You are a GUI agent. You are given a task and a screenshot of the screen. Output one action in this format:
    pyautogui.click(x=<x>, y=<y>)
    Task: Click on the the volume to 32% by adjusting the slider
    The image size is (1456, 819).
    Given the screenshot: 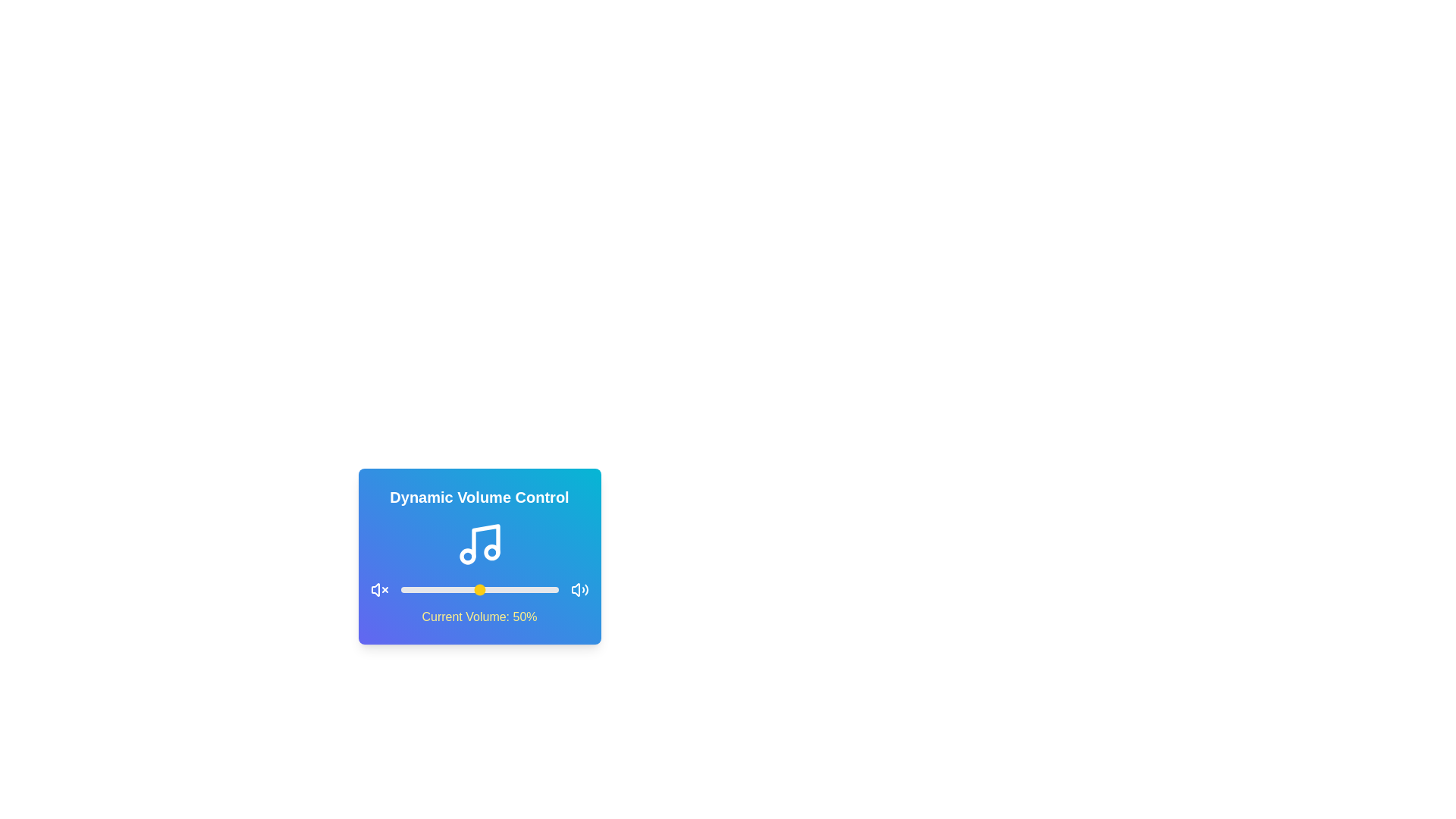 What is the action you would take?
    pyautogui.click(x=450, y=589)
    